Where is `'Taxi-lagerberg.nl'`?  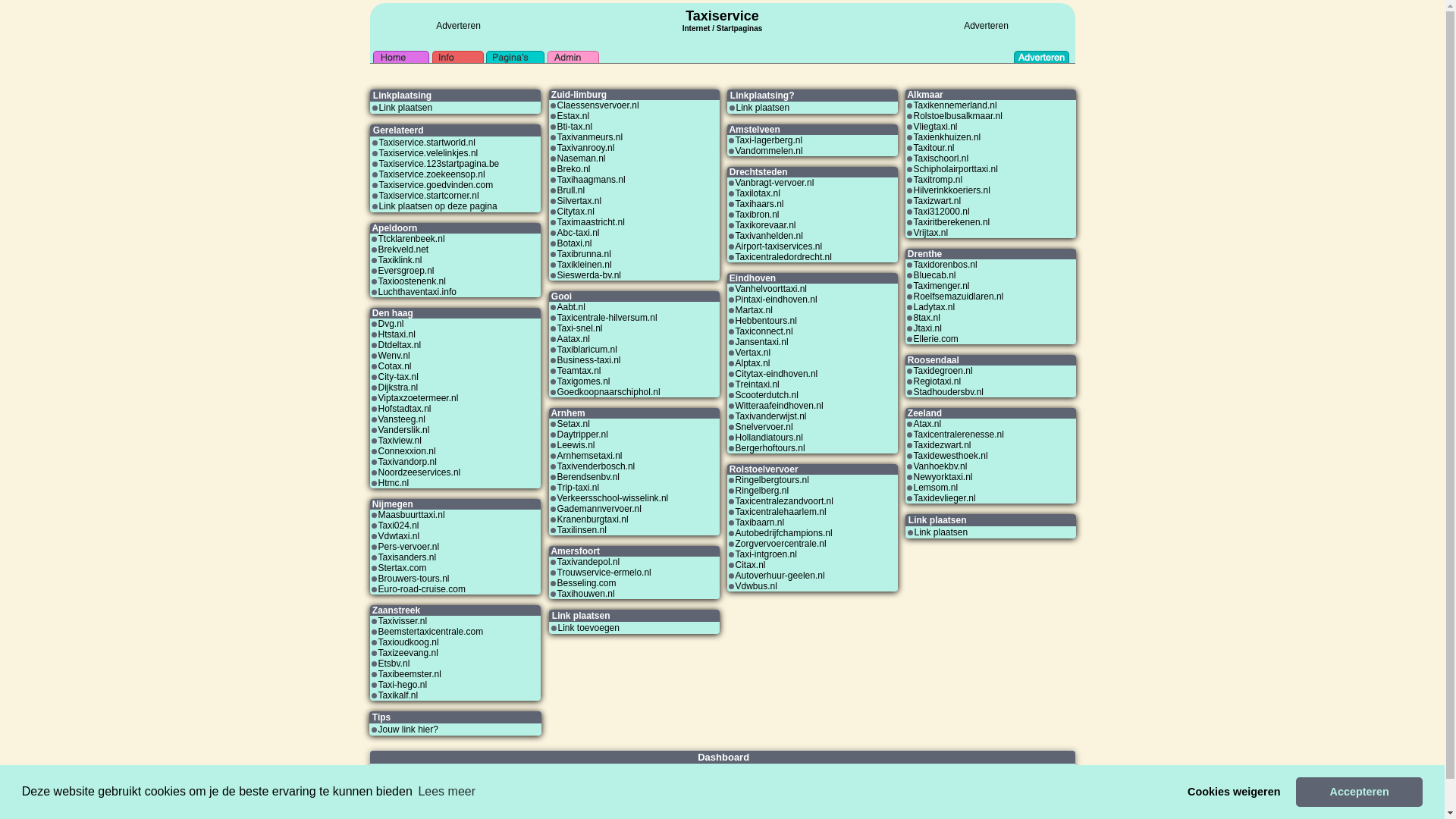
'Taxi-lagerberg.nl' is located at coordinates (735, 140).